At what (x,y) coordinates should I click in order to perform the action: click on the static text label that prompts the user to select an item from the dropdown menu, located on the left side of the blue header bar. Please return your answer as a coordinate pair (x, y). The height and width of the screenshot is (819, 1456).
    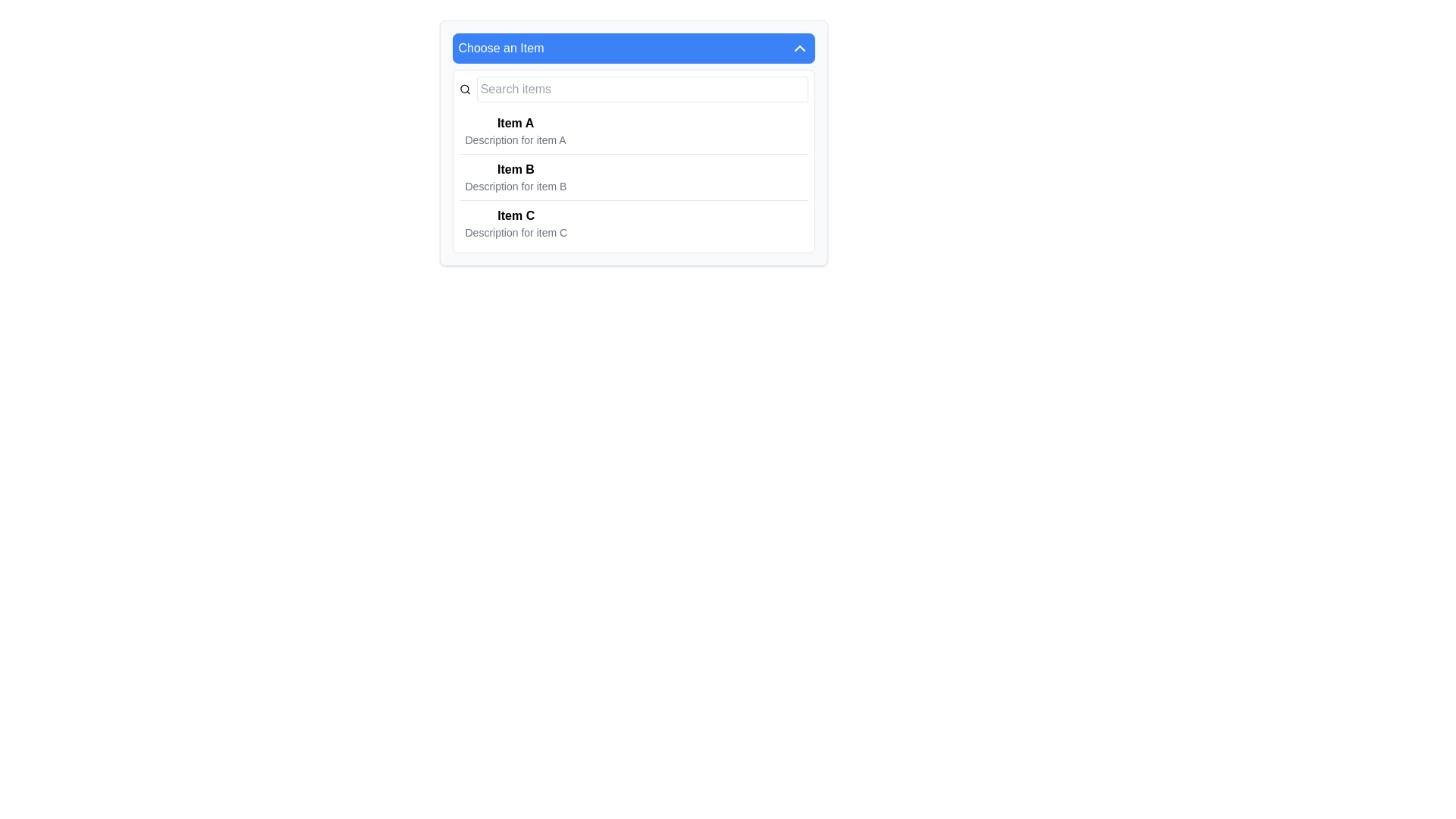
    Looking at the image, I should click on (501, 48).